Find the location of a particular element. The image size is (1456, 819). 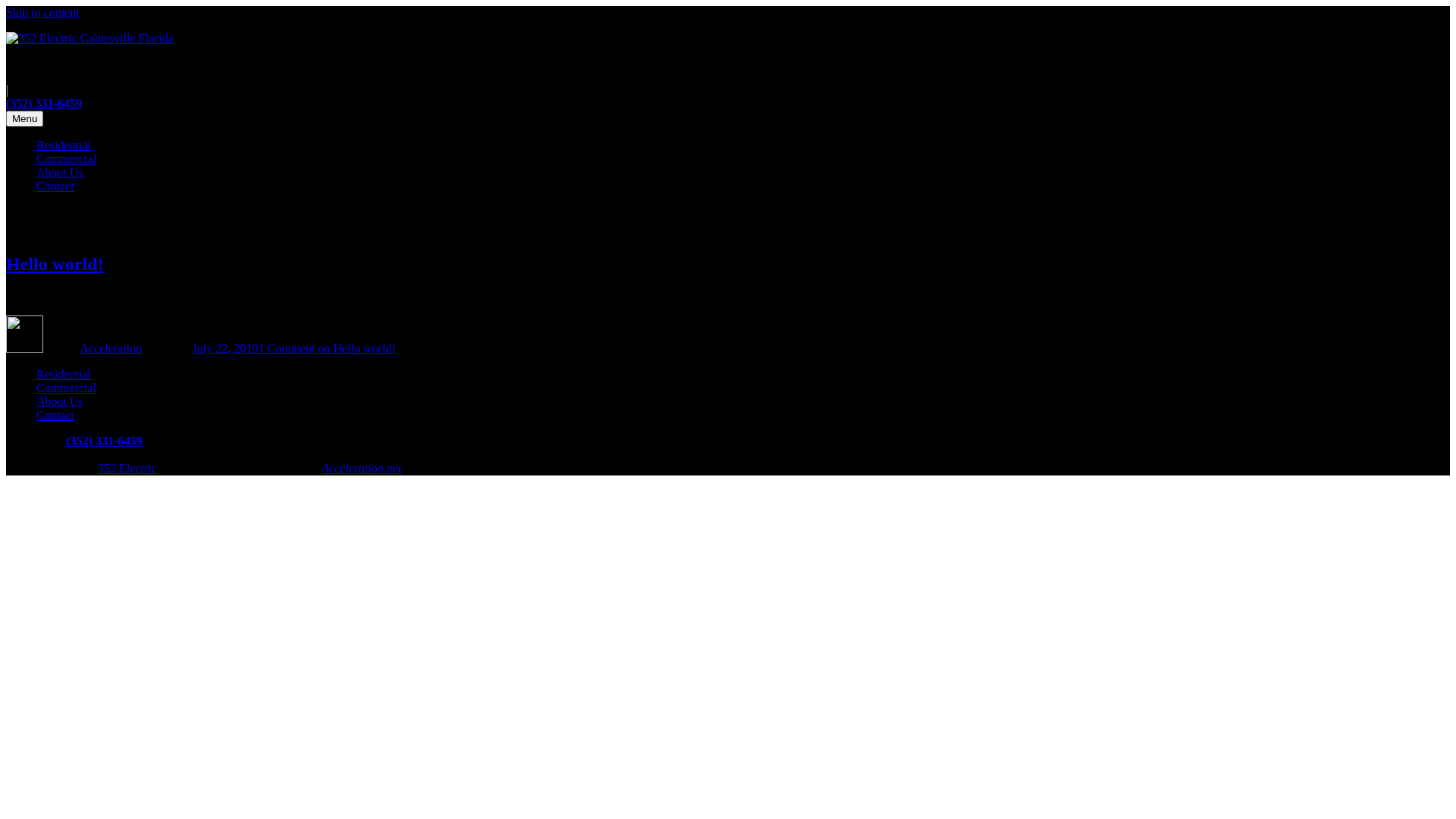

'352 Electric' is located at coordinates (127, 467).